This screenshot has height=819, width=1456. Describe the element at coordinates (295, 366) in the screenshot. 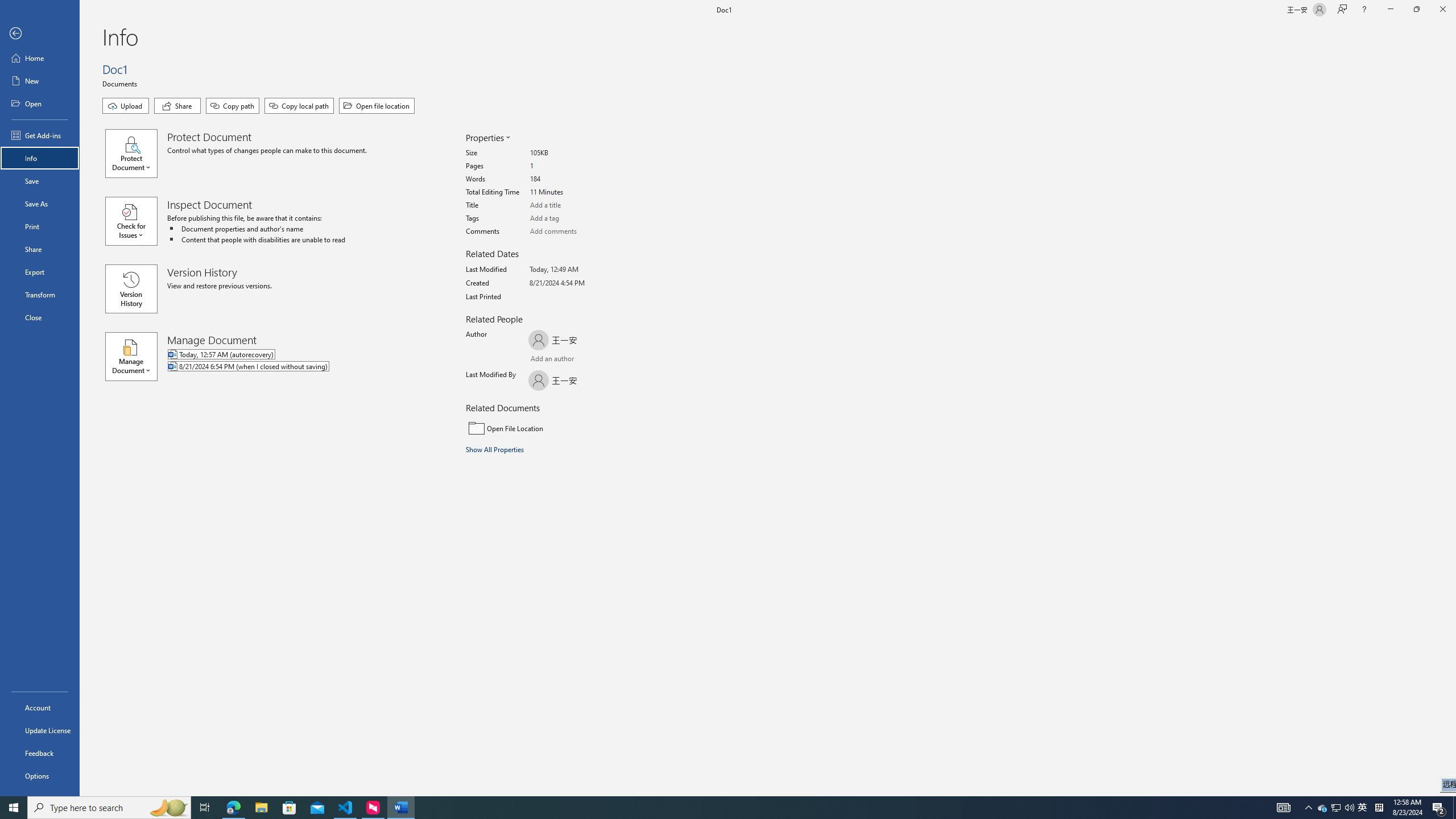

I see `' 8/21/2024 6:54 PM (when I closed without saving)'` at that location.